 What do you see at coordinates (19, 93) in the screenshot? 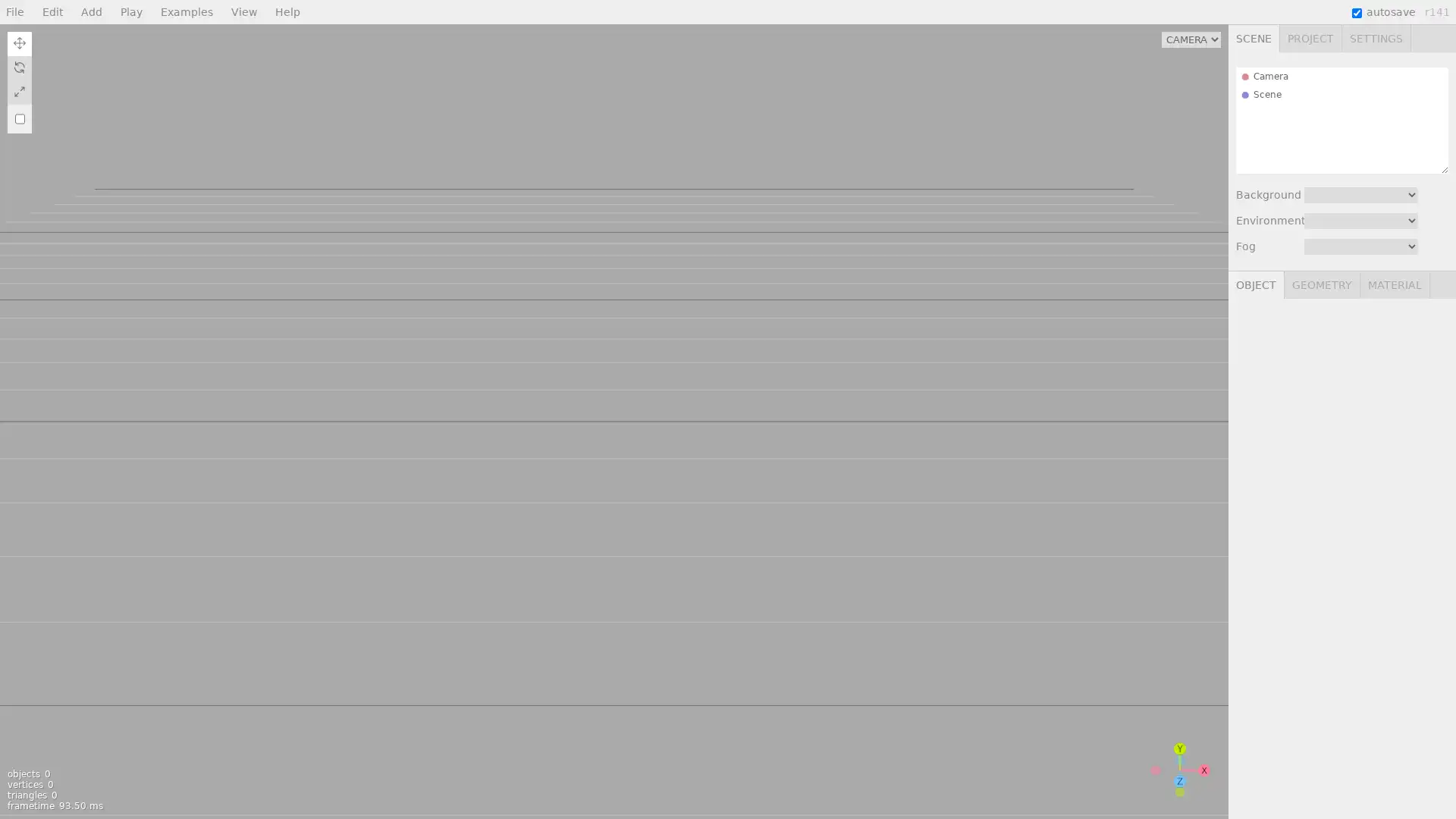
I see `Scale` at bounding box center [19, 93].